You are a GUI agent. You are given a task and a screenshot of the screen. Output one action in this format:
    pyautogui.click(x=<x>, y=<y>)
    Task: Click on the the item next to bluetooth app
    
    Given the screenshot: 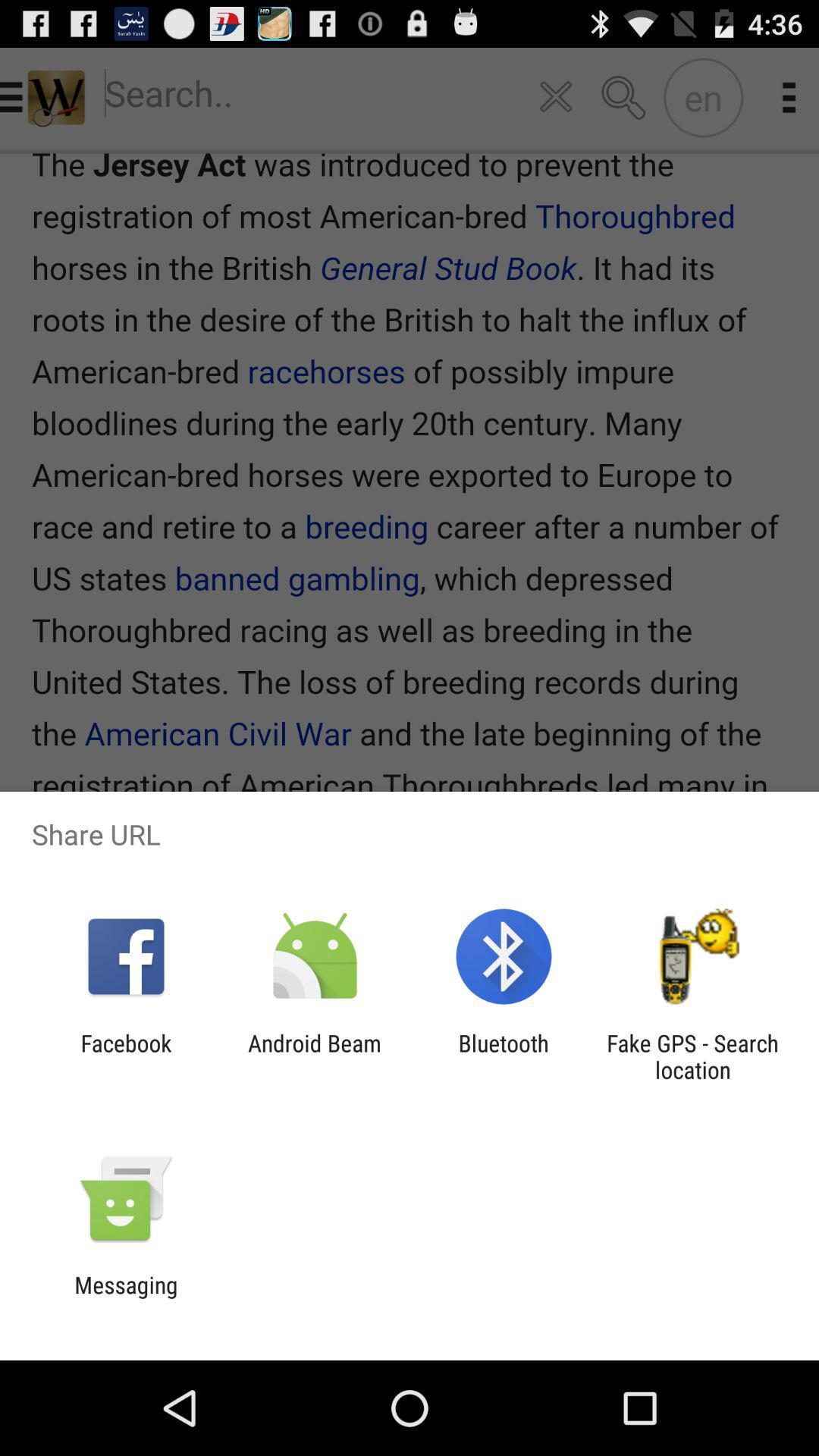 What is the action you would take?
    pyautogui.click(x=314, y=1056)
    